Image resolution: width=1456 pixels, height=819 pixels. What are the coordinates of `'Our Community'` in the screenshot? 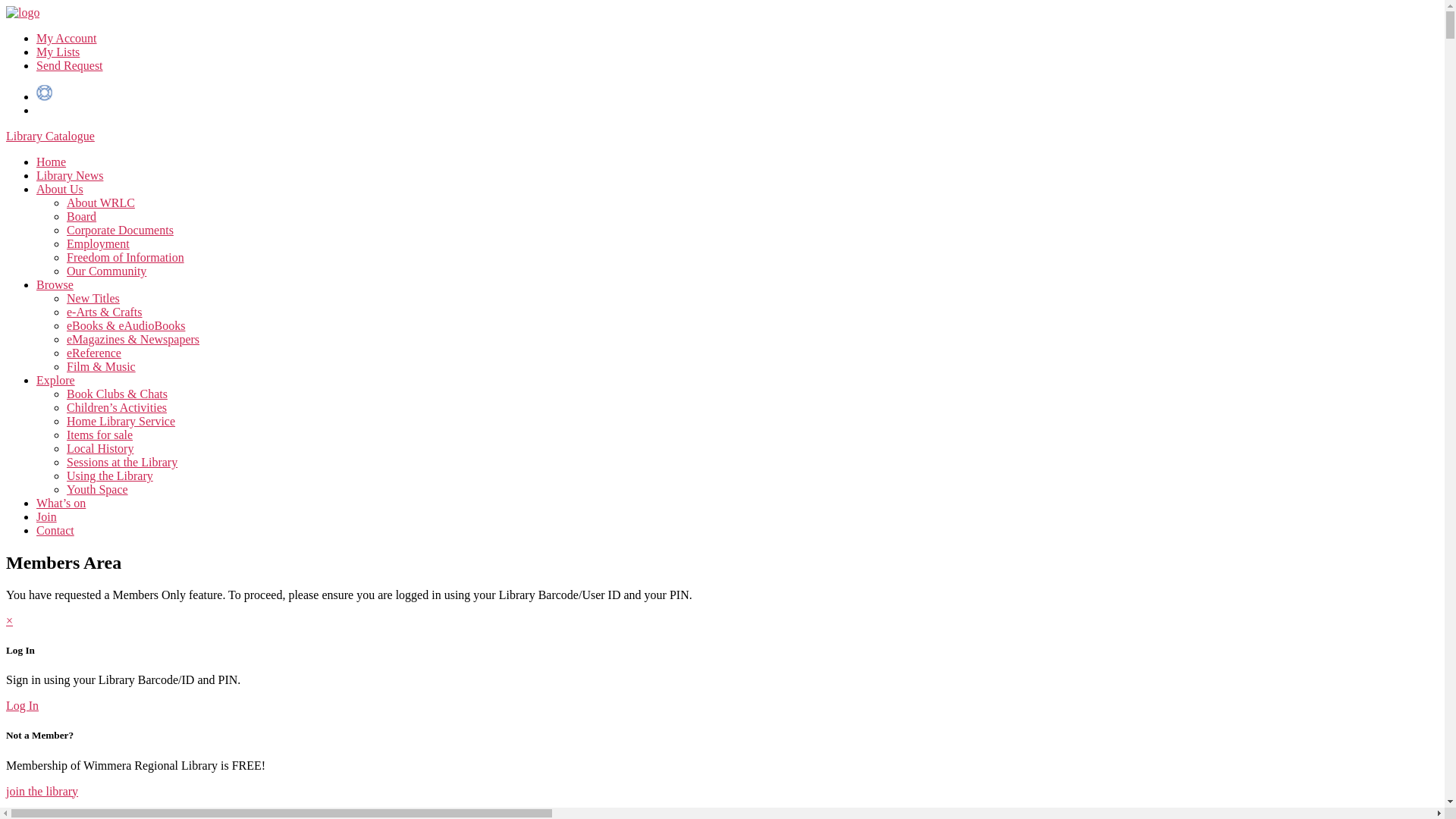 It's located at (105, 270).